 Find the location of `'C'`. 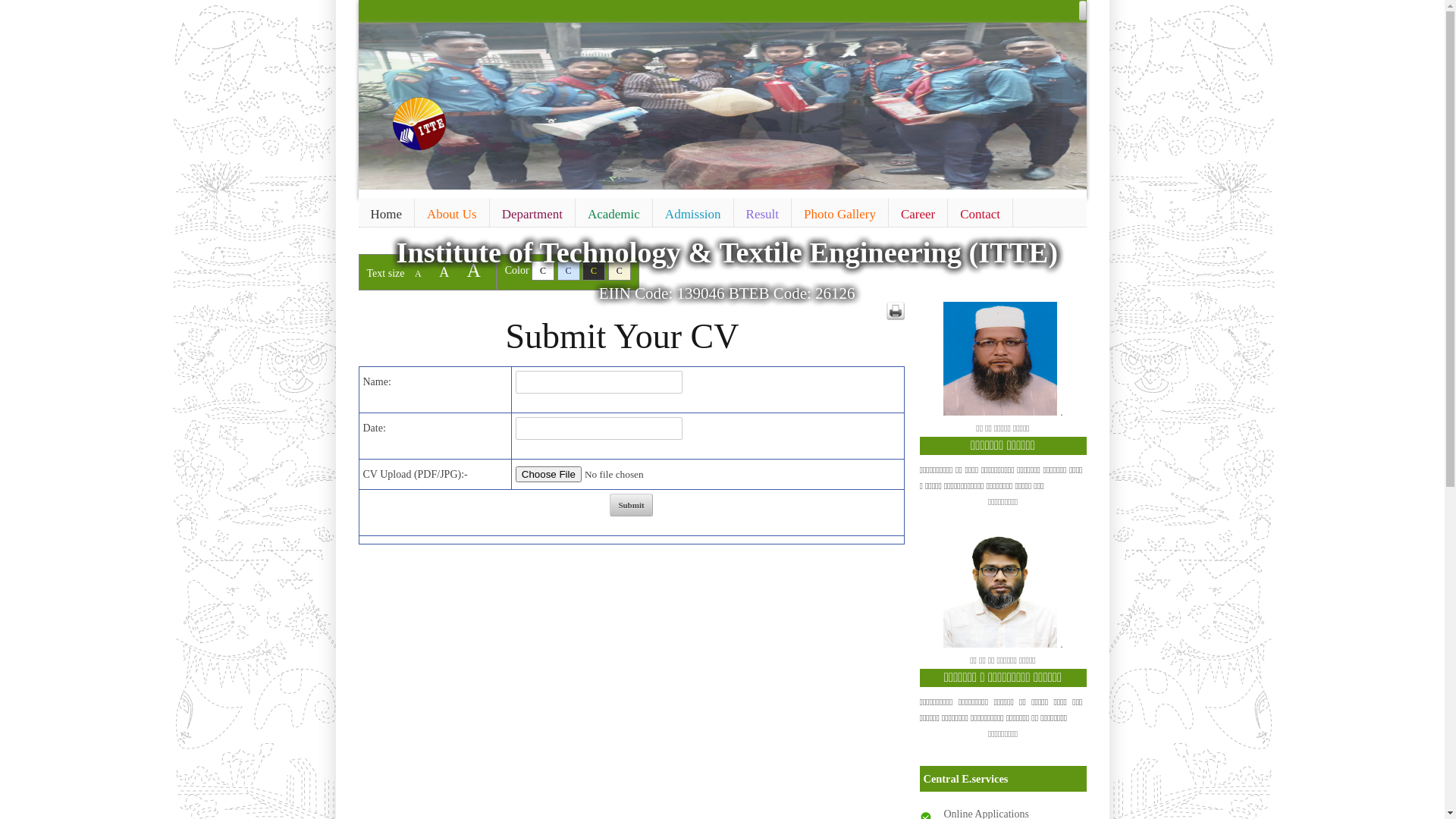

'C' is located at coordinates (582, 270).